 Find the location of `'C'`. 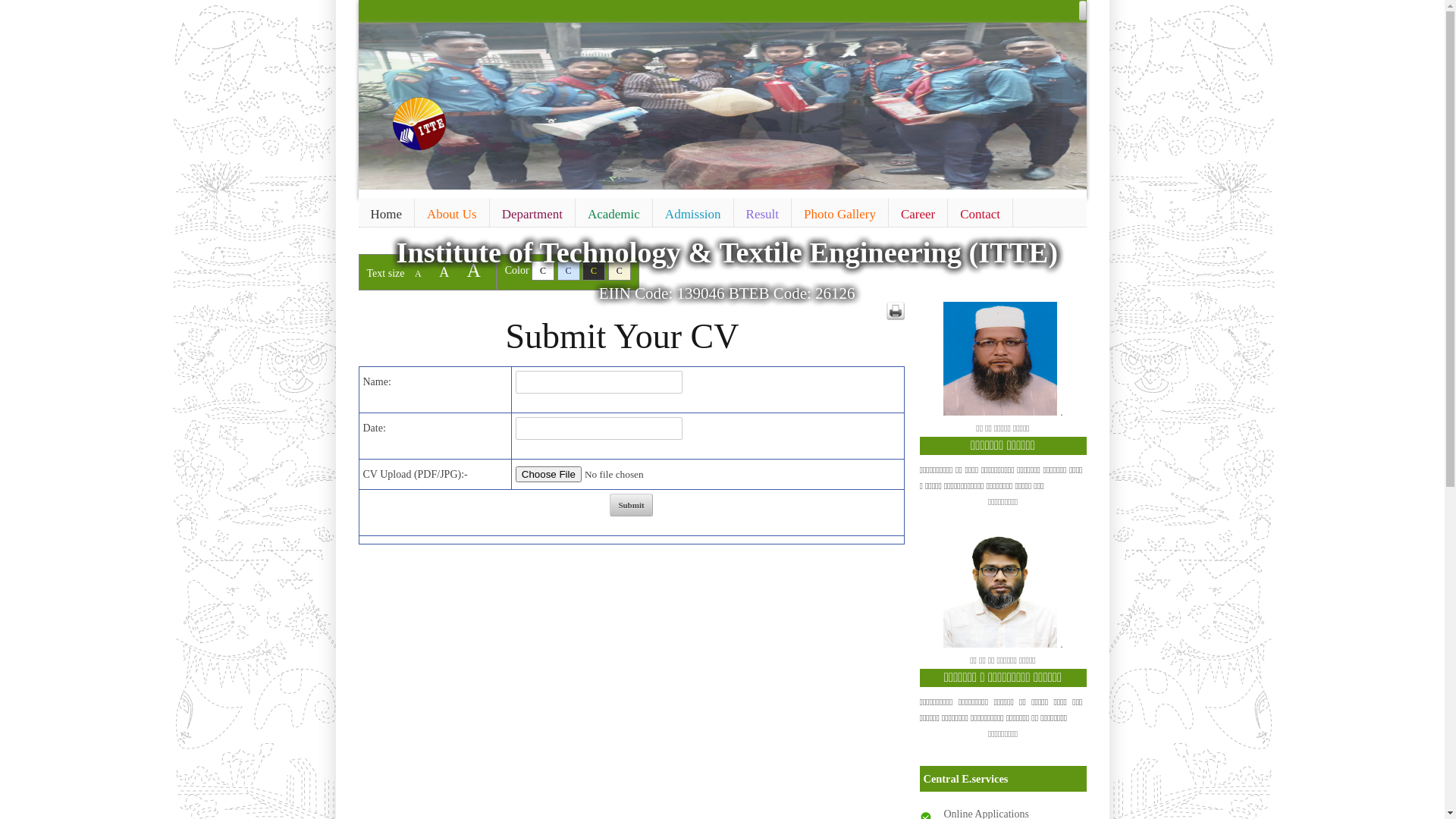

'C' is located at coordinates (582, 270).